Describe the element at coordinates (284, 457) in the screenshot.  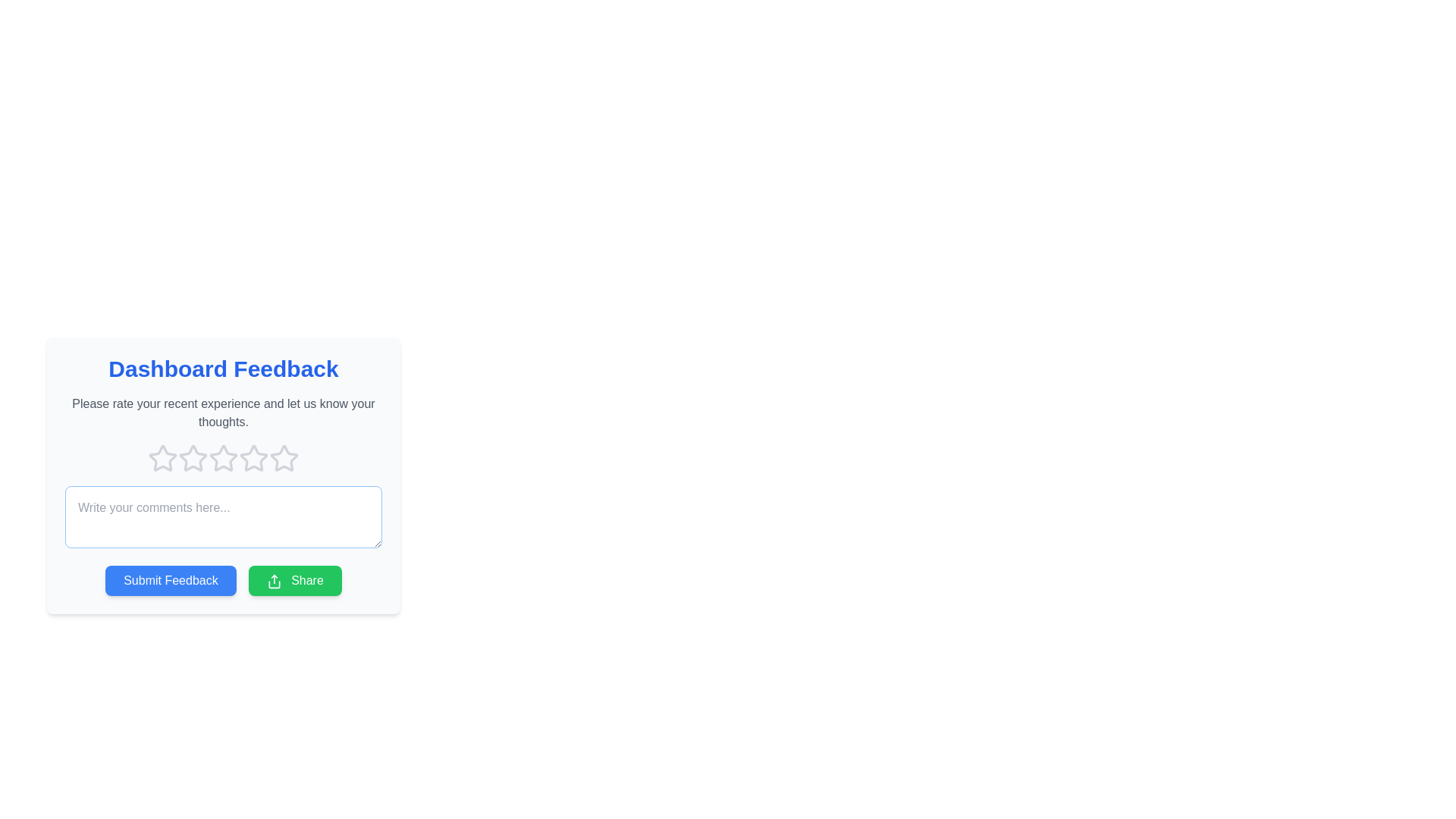
I see `the fifth star icon in the rating interface` at that location.